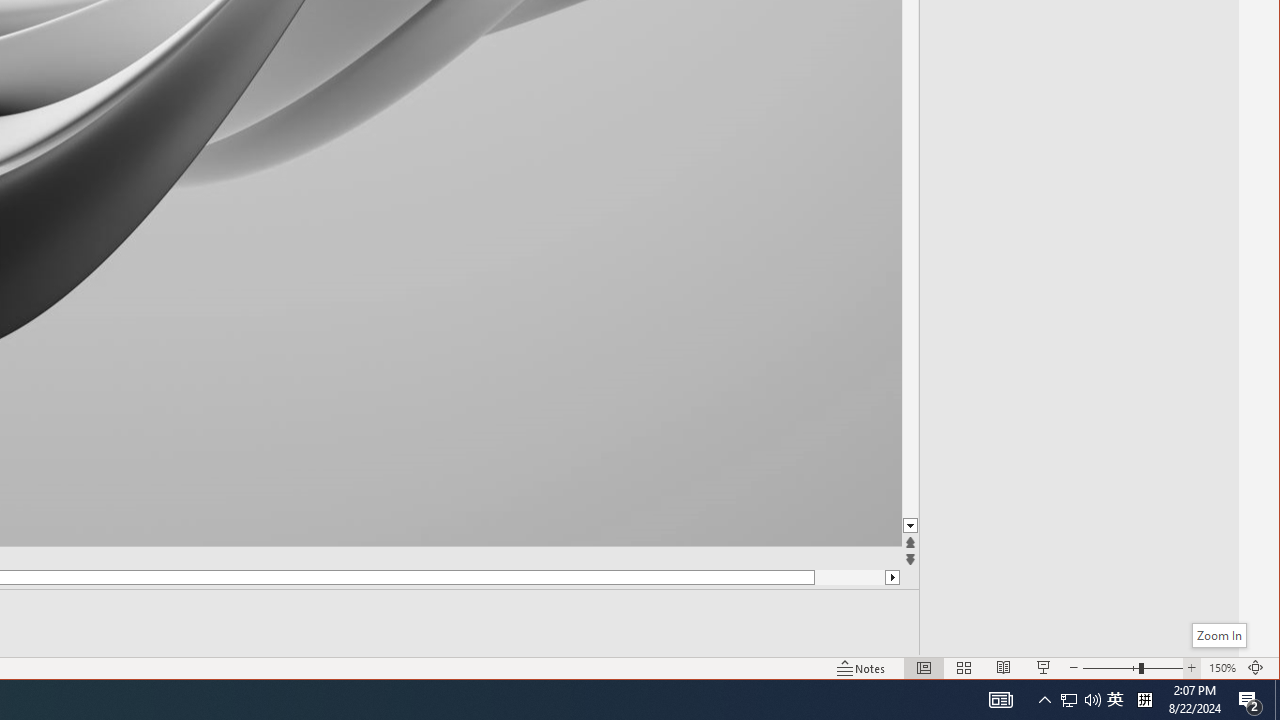 The width and height of the screenshot is (1280, 720). What do you see at coordinates (1221, 668) in the screenshot?
I see `'Zoom 150%'` at bounding box center [1221, 668].